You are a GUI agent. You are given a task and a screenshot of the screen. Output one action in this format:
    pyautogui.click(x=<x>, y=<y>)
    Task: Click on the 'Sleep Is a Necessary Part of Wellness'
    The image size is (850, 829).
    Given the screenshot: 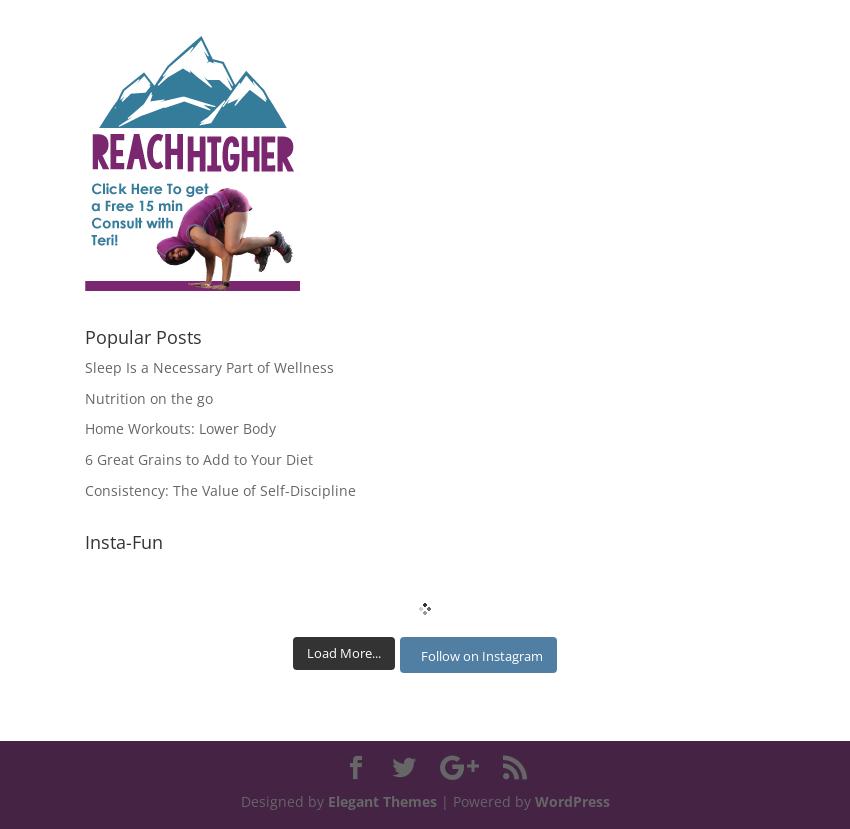 What is the action you would take?
    pyautogui.click(x=208, y=365)
    